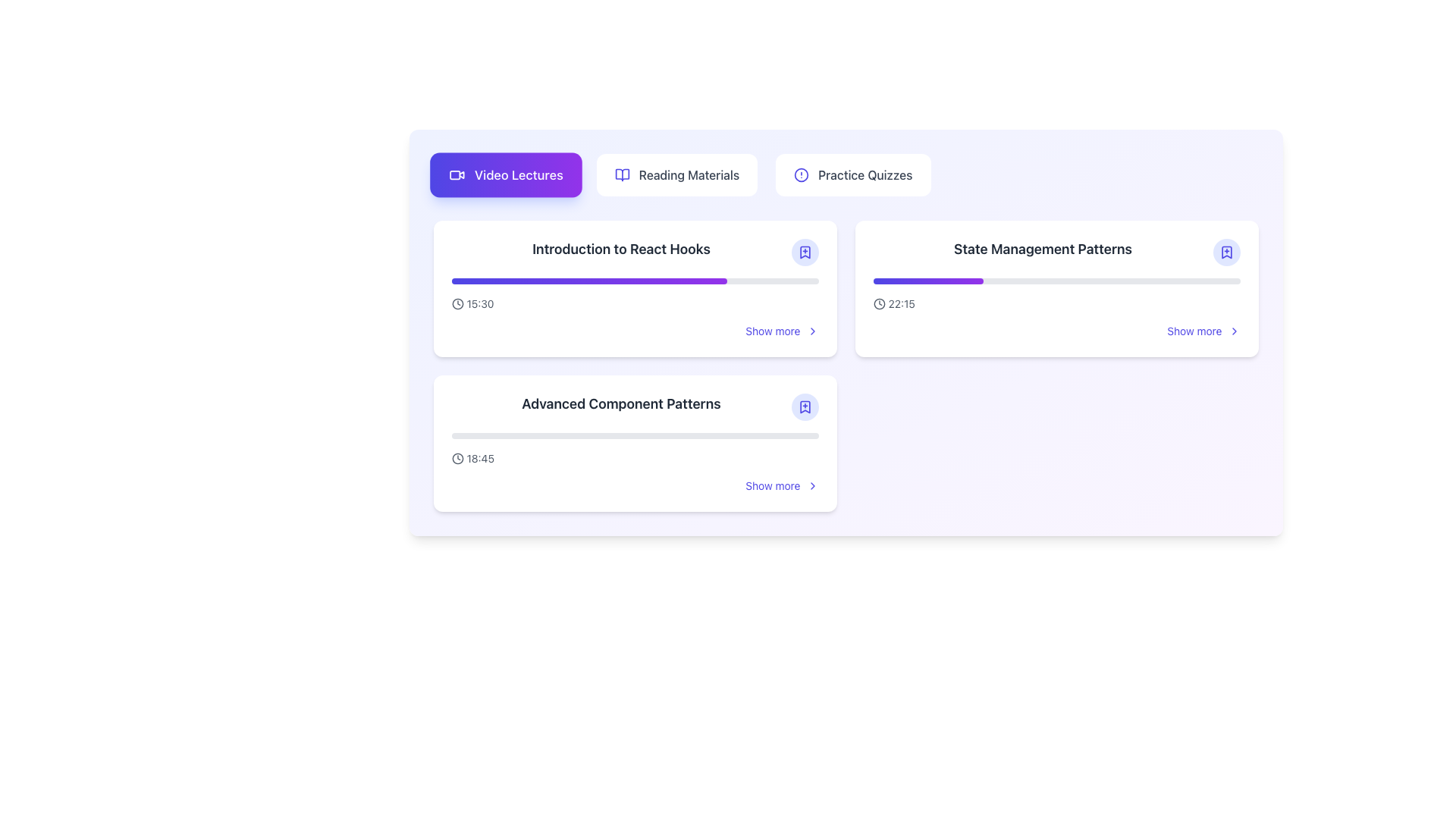 Image resolution: width=1456 pixels, height=819 pixels. I want to click on the small circular component with a thin outline, which is nested within a warning or alert icon located in the top bar, near the 'Practice Quizzes' button, so click(801, 174).